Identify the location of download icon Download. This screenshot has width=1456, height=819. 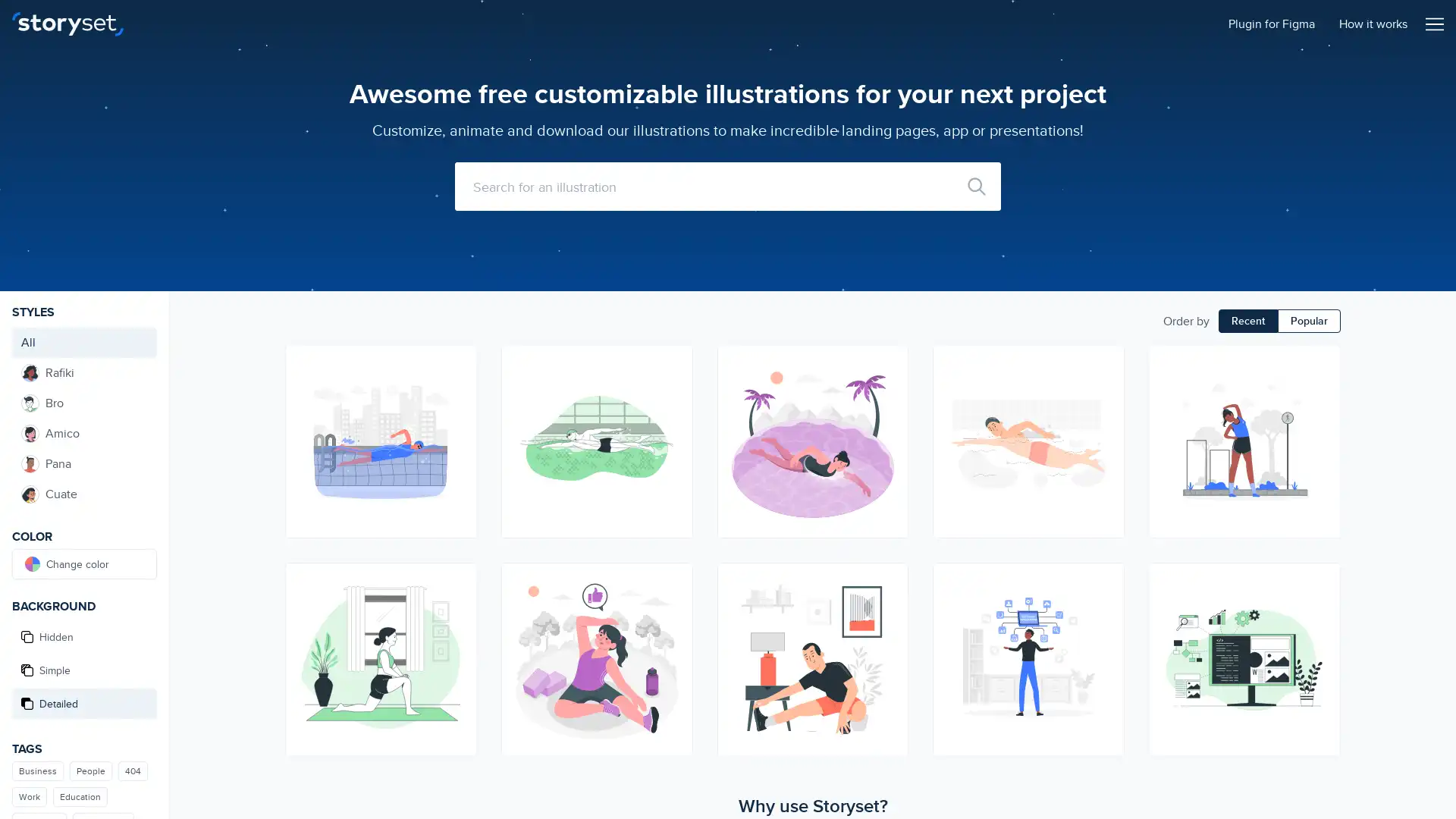
(889, 607).